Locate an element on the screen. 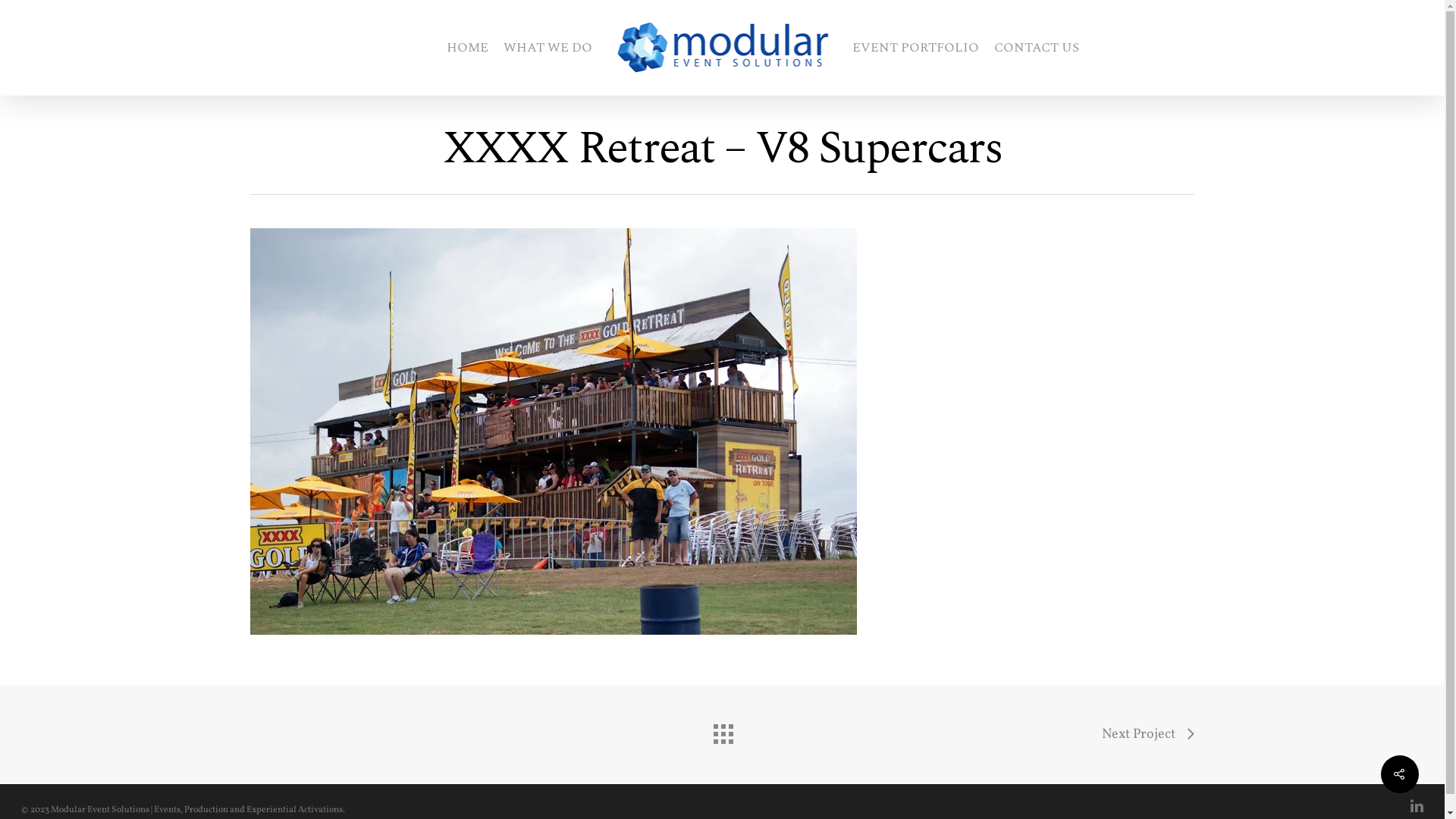 This screenshot has width=1456, height=819. 'CONTACT US' is located at coordinates (1035, 46).